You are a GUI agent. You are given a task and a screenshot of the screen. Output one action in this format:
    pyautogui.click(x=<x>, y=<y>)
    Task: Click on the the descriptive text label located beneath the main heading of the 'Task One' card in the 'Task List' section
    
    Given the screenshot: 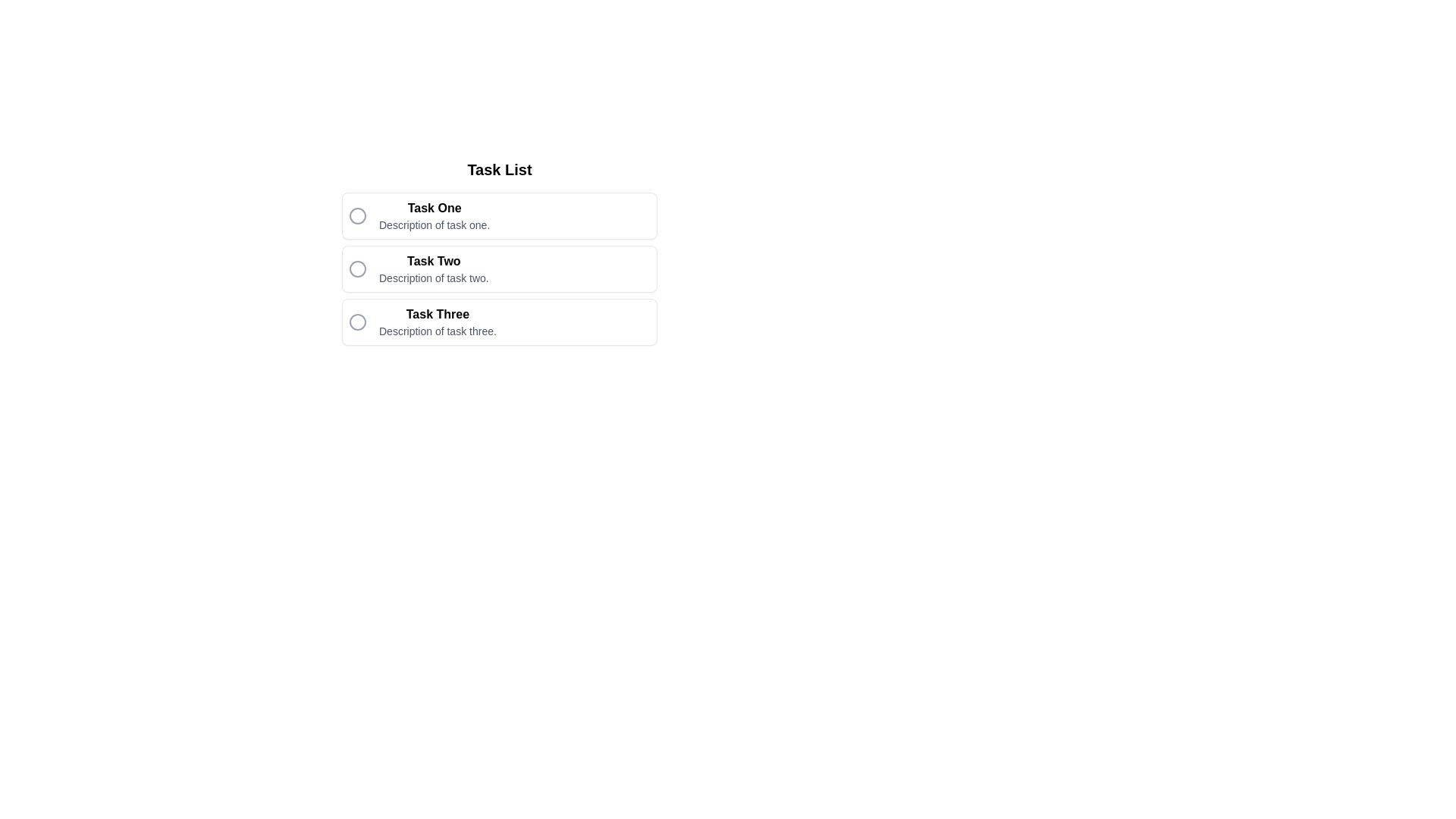 What is the action you would take?
    pyautogui.click(x=434, y=225)
    